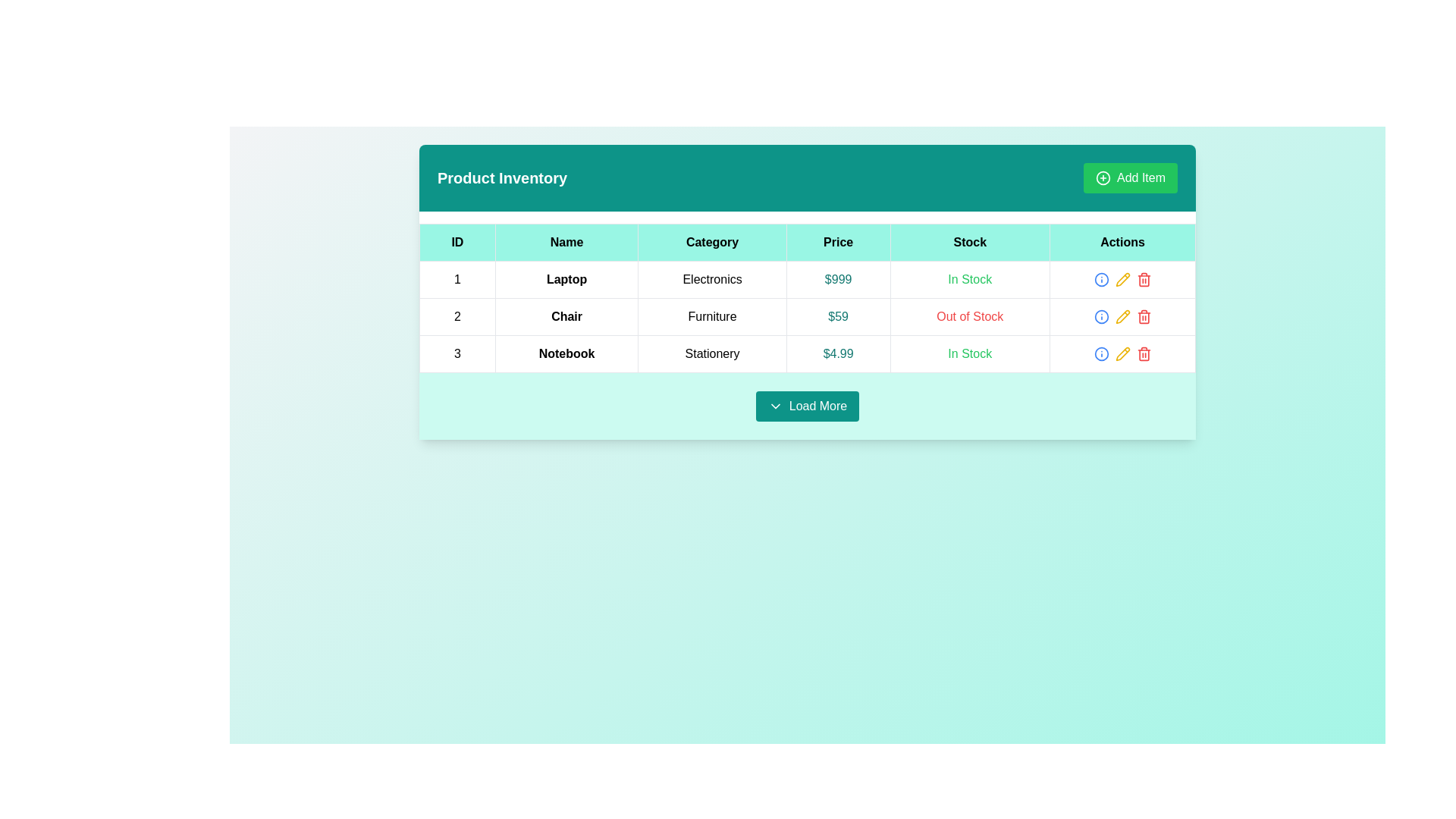 The width and height of the screenshot is (1456, 819). What do you see at coordinates (969, 280) in the screenshot?
I see `the green 'In Stock' text label located in the last column of the first row of the table representing the 'Laptop' product` at bounding box center [969, 280].